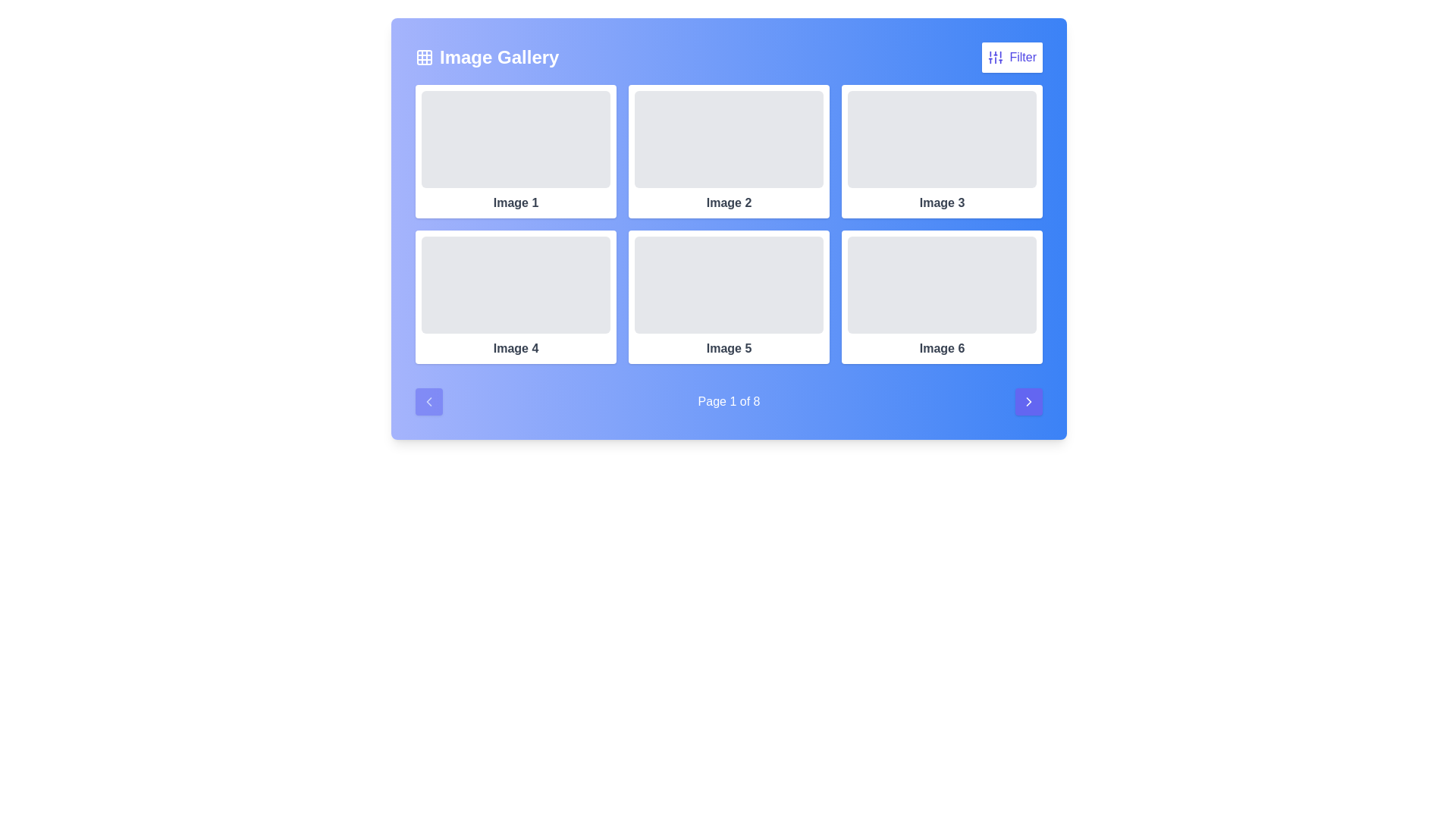  Describe the element at coordinates (1023, 57) in the screenshot. I see `the textual label 'Filter' located within the button on the upper right corner of the interface, adjacent to the filtration icon` at that location.